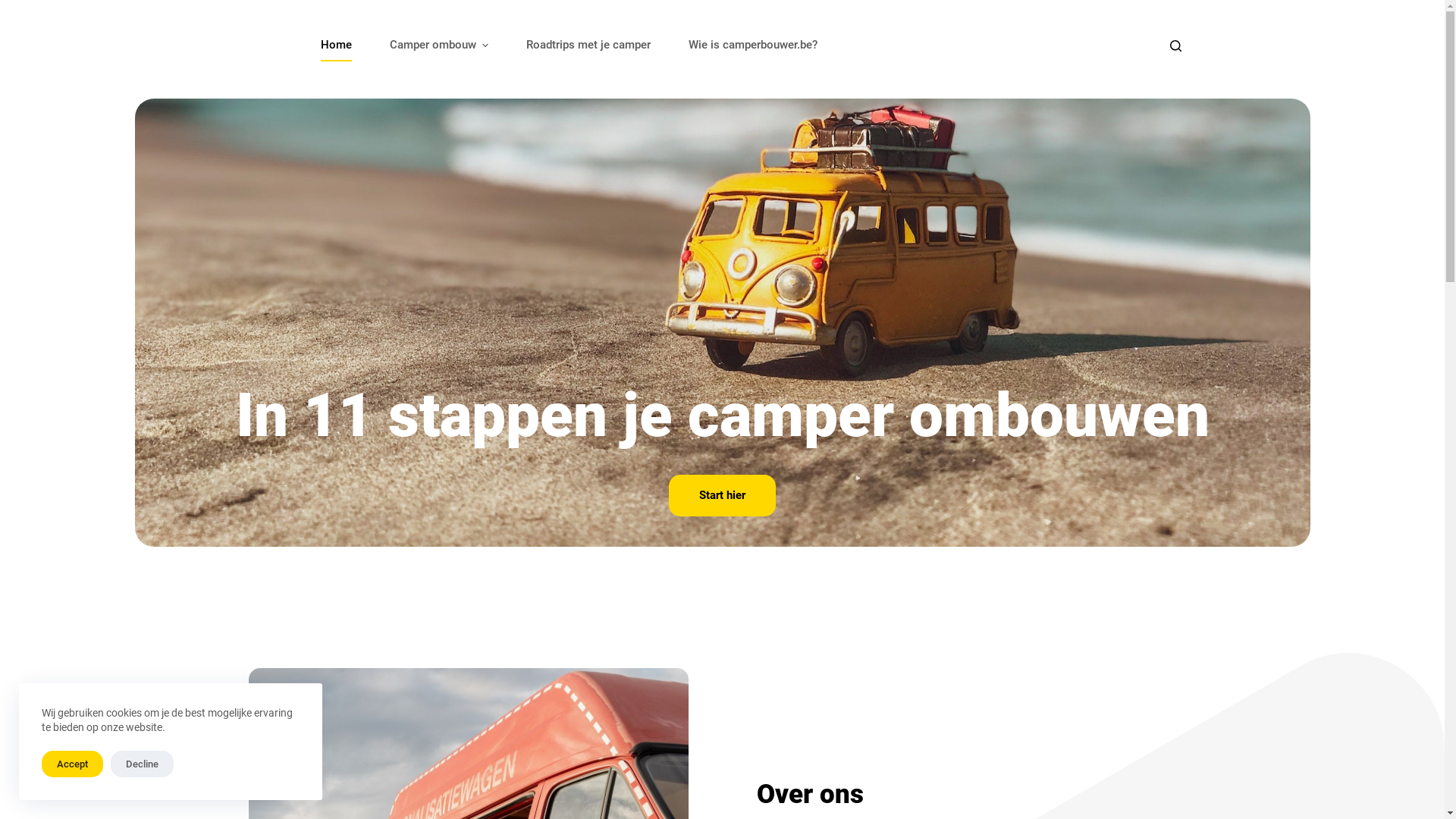  I want to click on 'Roadtrips met je camper', so click(586, 45).